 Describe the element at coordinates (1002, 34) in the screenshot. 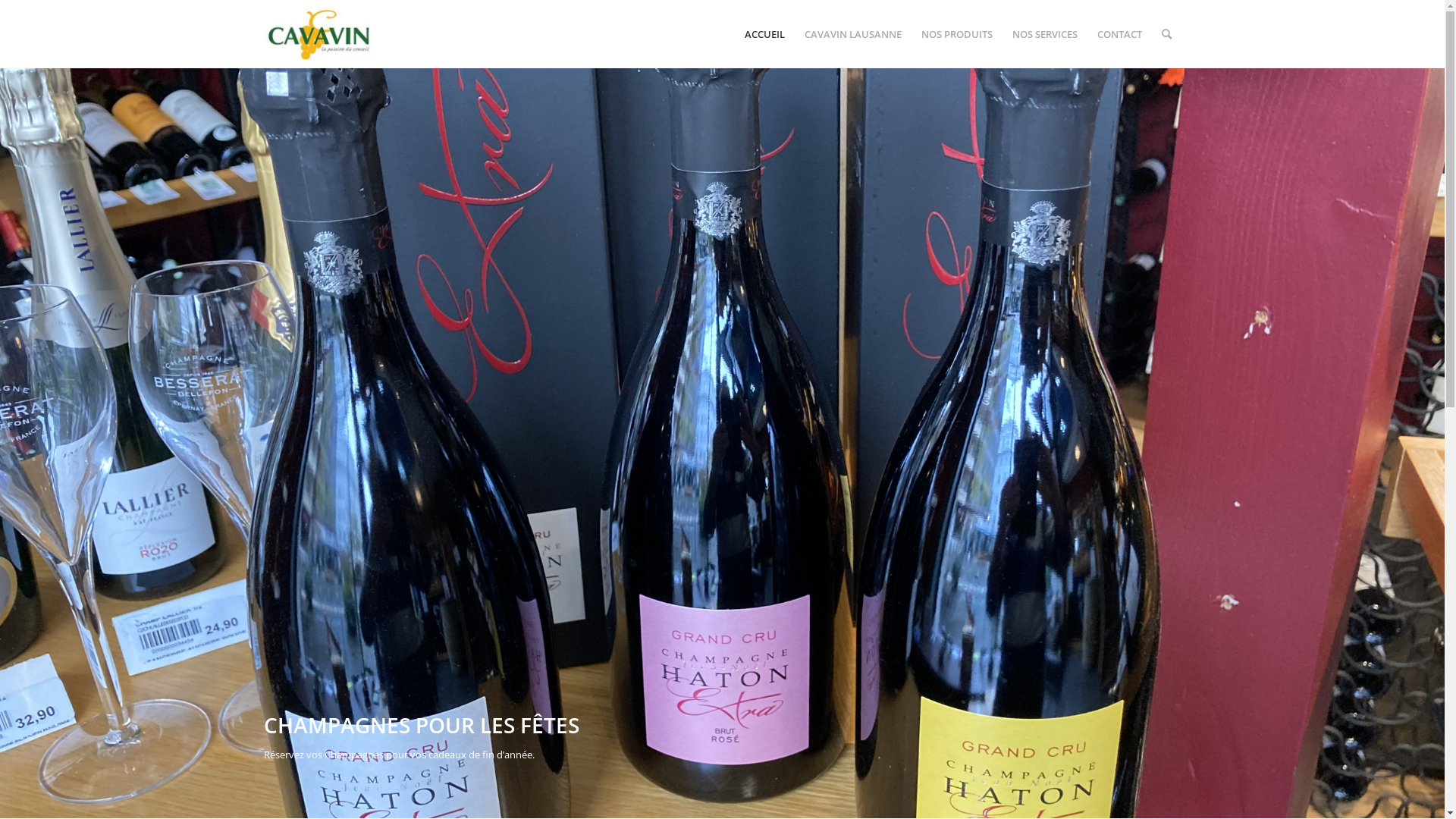

I see `'NOS SERVICES'` at that location.